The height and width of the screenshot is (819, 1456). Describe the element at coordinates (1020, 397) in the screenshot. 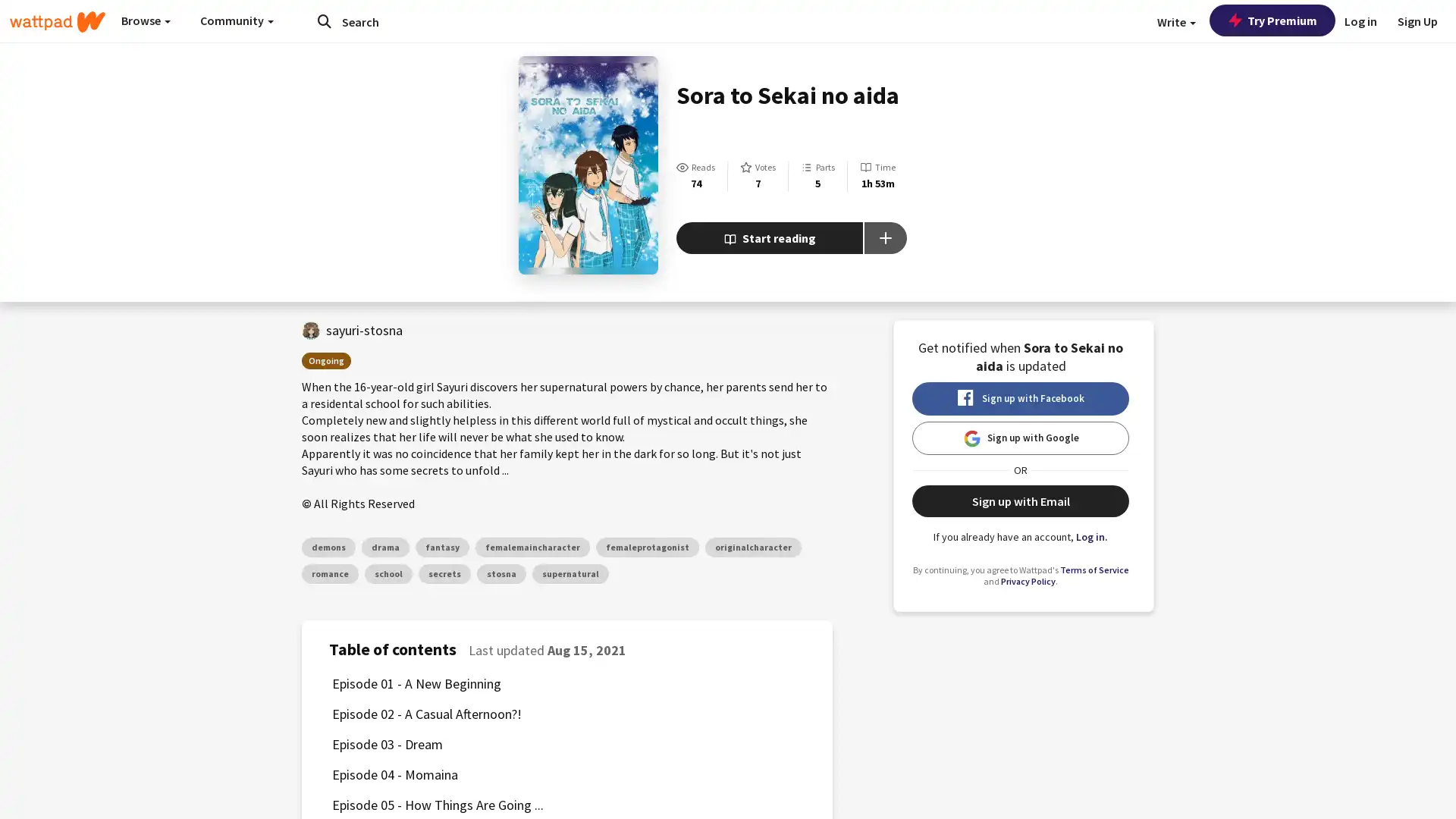

I see `Sign up with Facebook` at that location.